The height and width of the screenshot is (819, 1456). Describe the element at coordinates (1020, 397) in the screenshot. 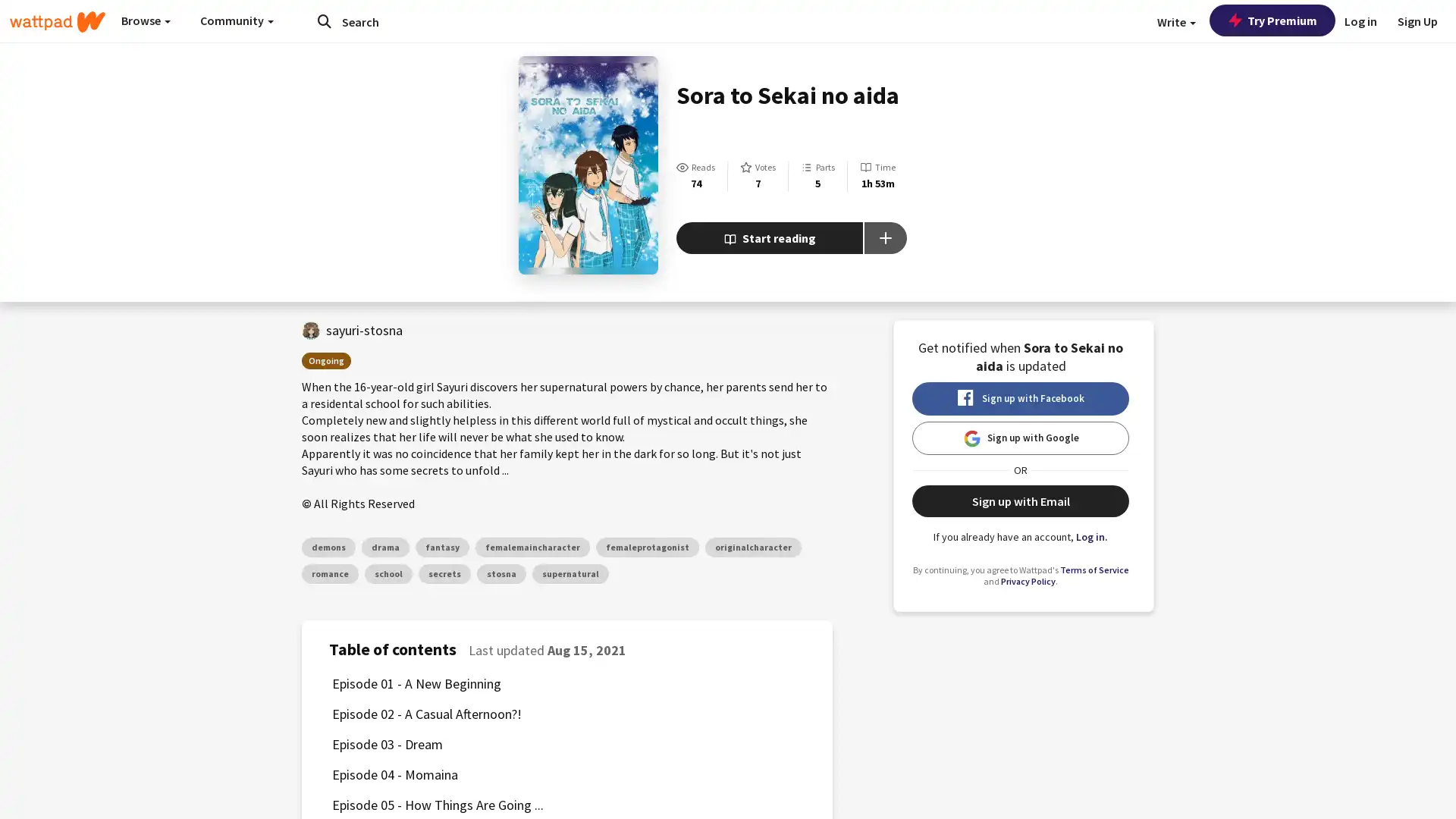

I see `Sign up with Facebook` at that location.